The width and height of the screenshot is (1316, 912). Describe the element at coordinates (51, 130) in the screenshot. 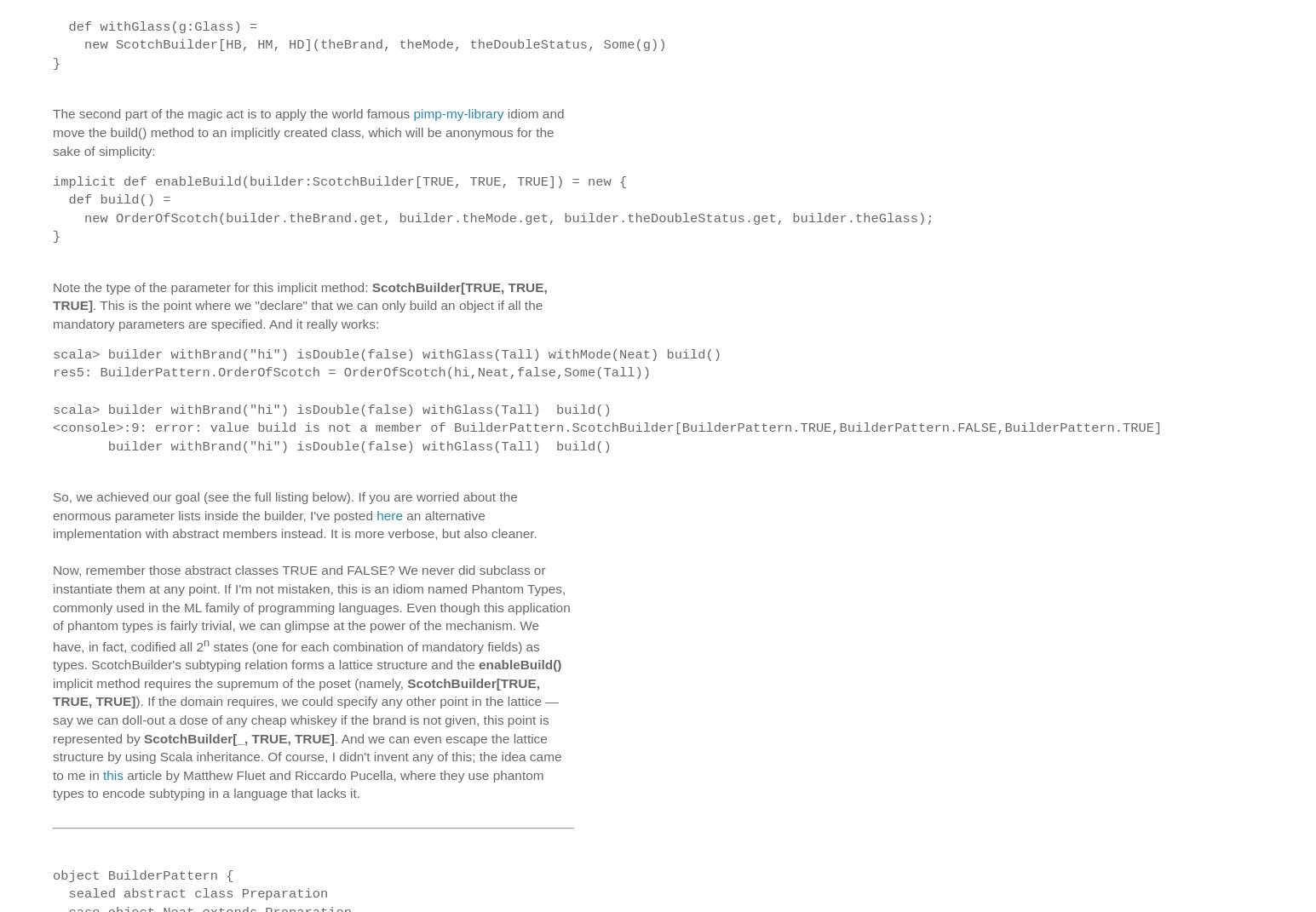

I see `'idiom and move the build() method to an implicitly created class, which will be anonymous for the sake of simplicity:'` at that location.